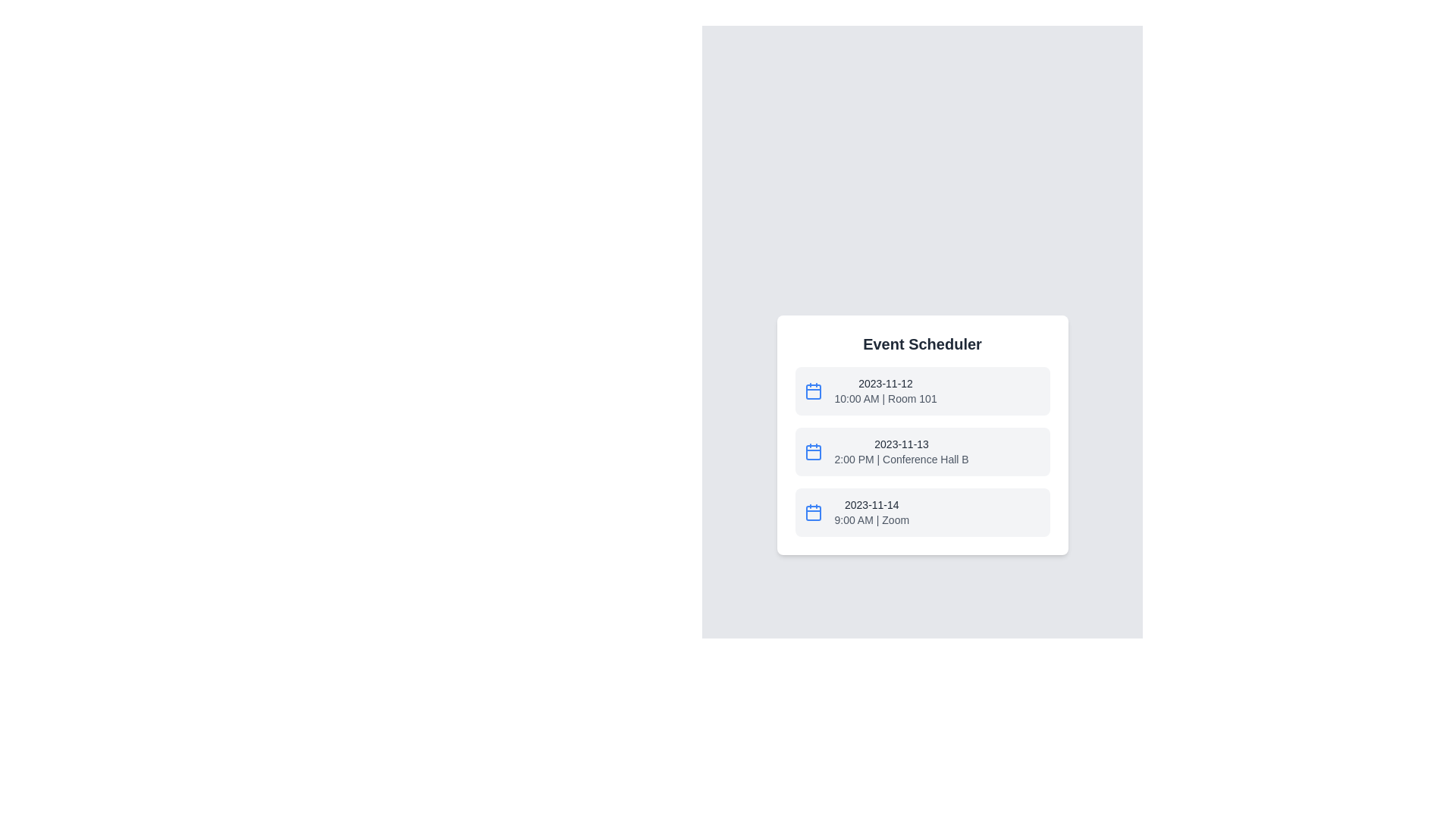  I want to click on details of the scheduled event displayed in the text block located below the event for November 12, 2023, and above the event for November 14, 2023, centered horizontally within the white card, so click(921, 435).